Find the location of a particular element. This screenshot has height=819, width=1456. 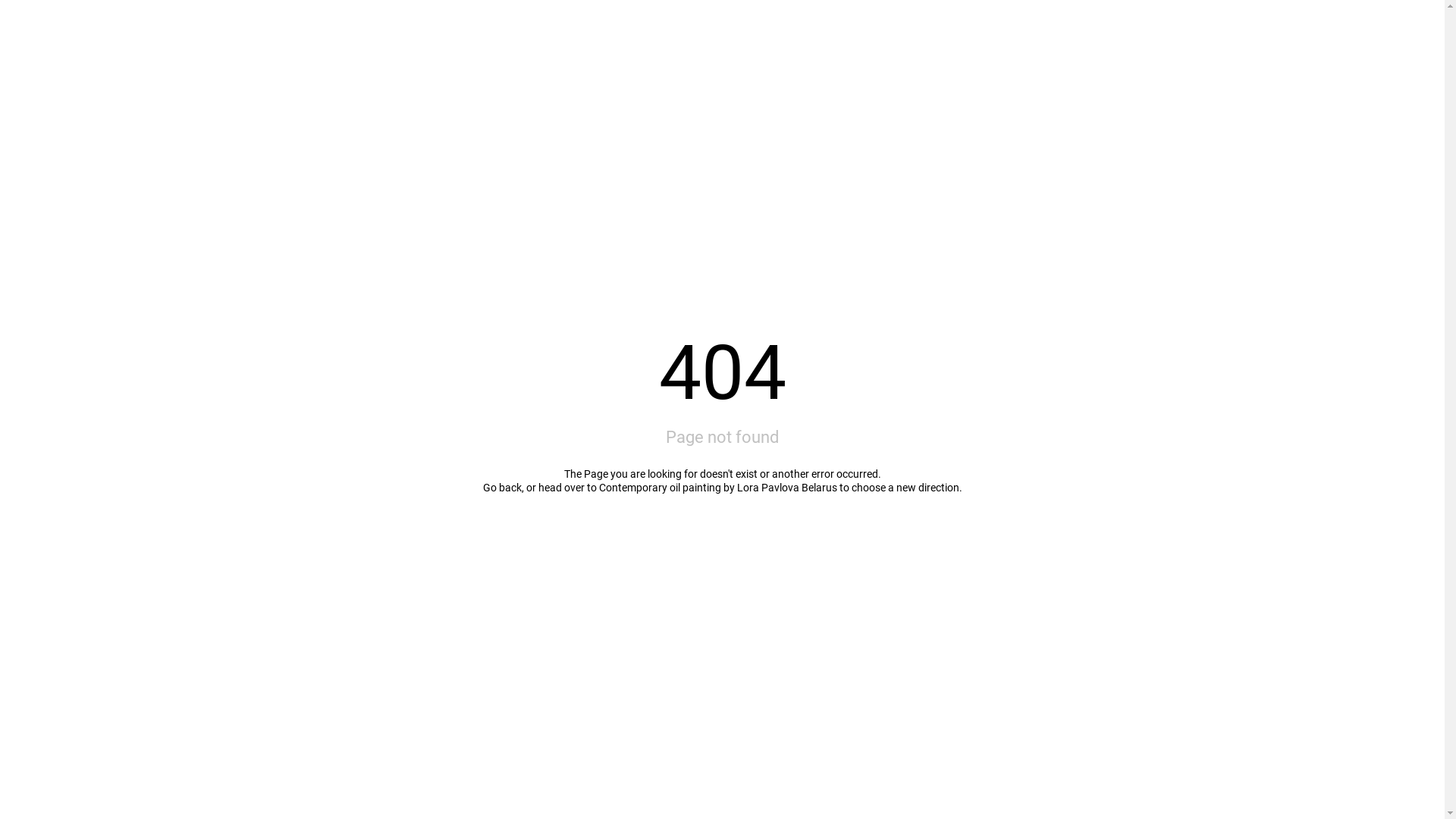

'Go back' is located at coordinates (501, 488).